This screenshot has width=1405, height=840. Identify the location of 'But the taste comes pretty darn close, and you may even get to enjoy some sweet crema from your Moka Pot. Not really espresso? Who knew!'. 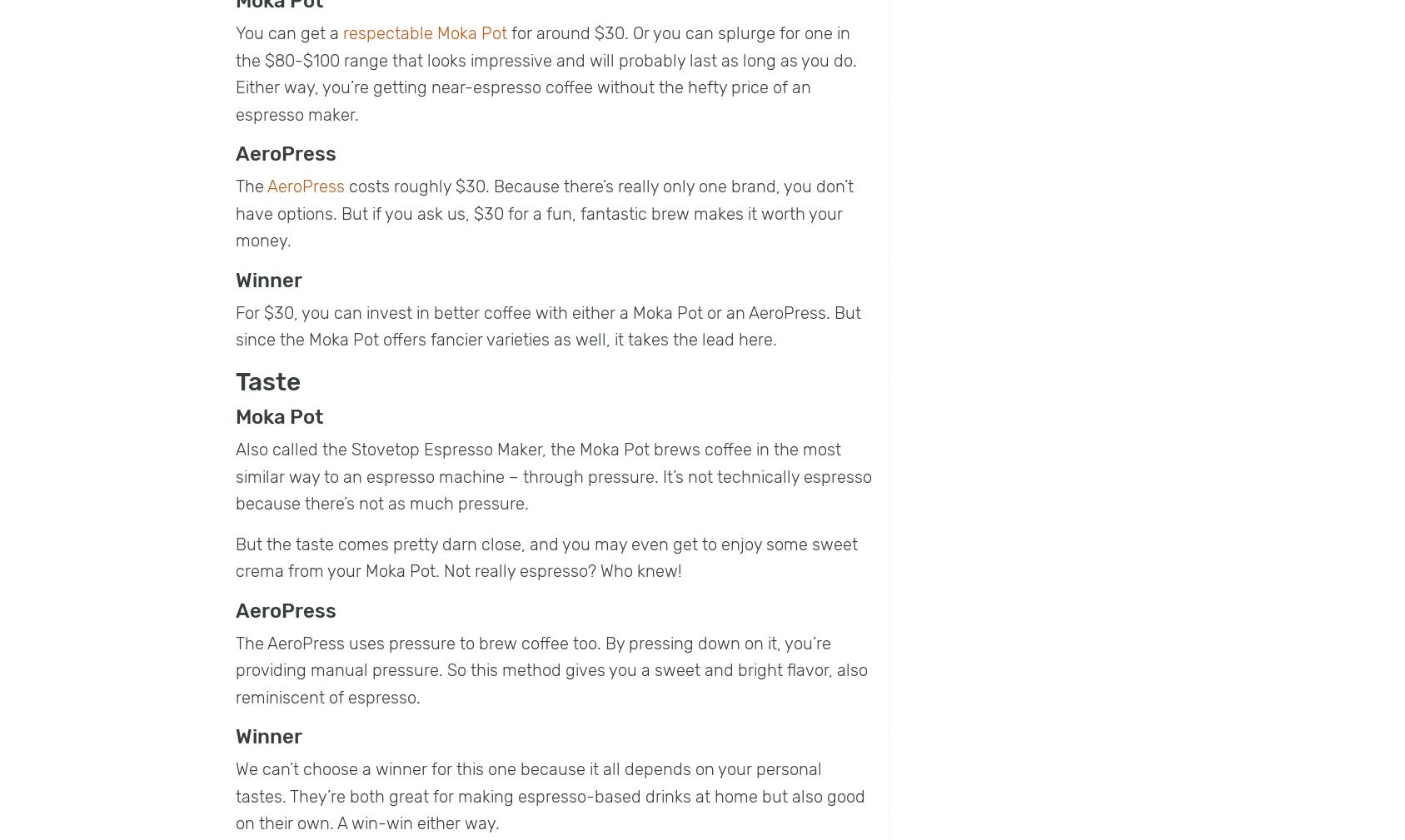
(546, 557).